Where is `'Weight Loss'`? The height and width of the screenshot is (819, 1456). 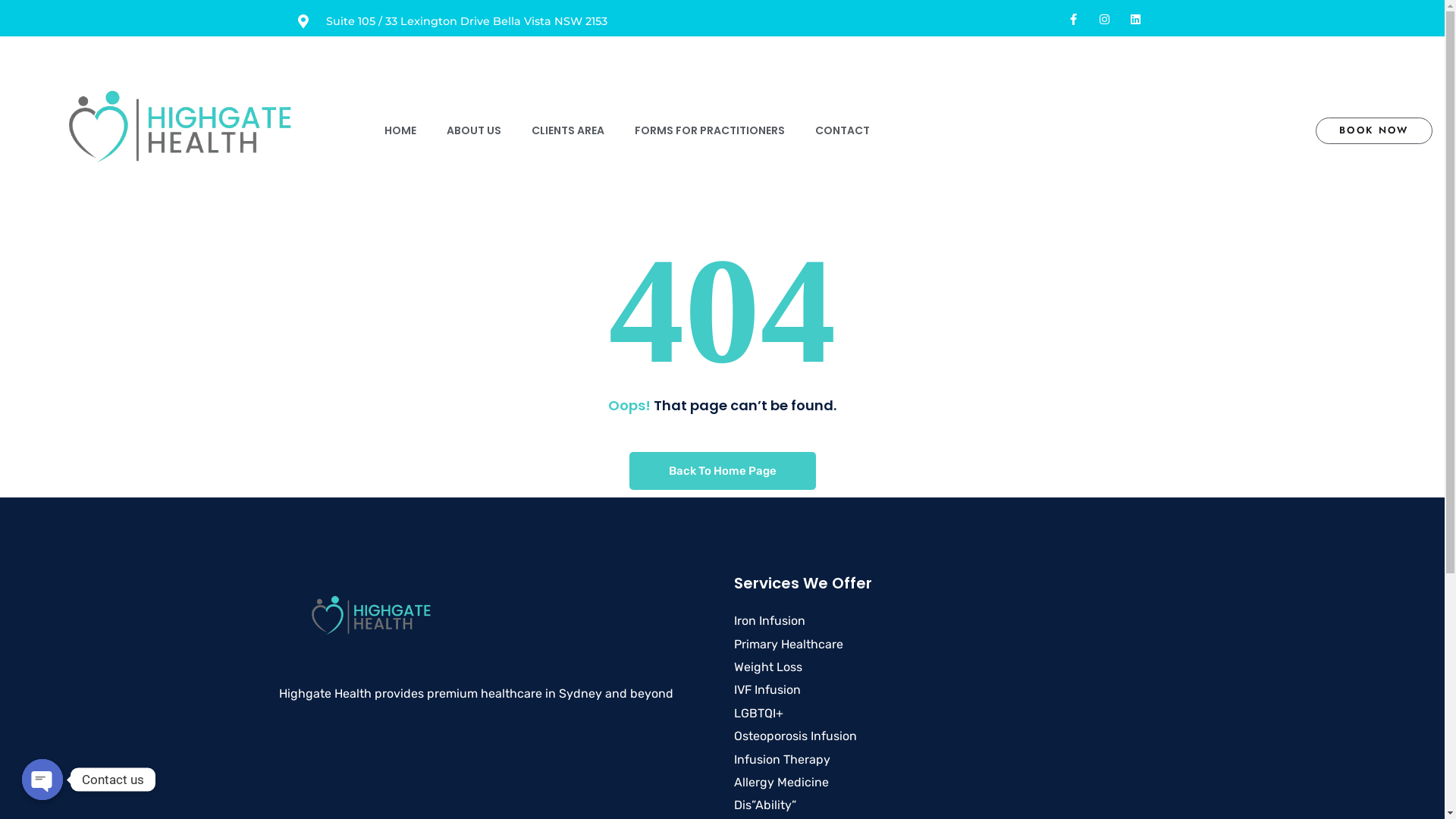
'Weight Loss' is located at coordinates (767, 666).